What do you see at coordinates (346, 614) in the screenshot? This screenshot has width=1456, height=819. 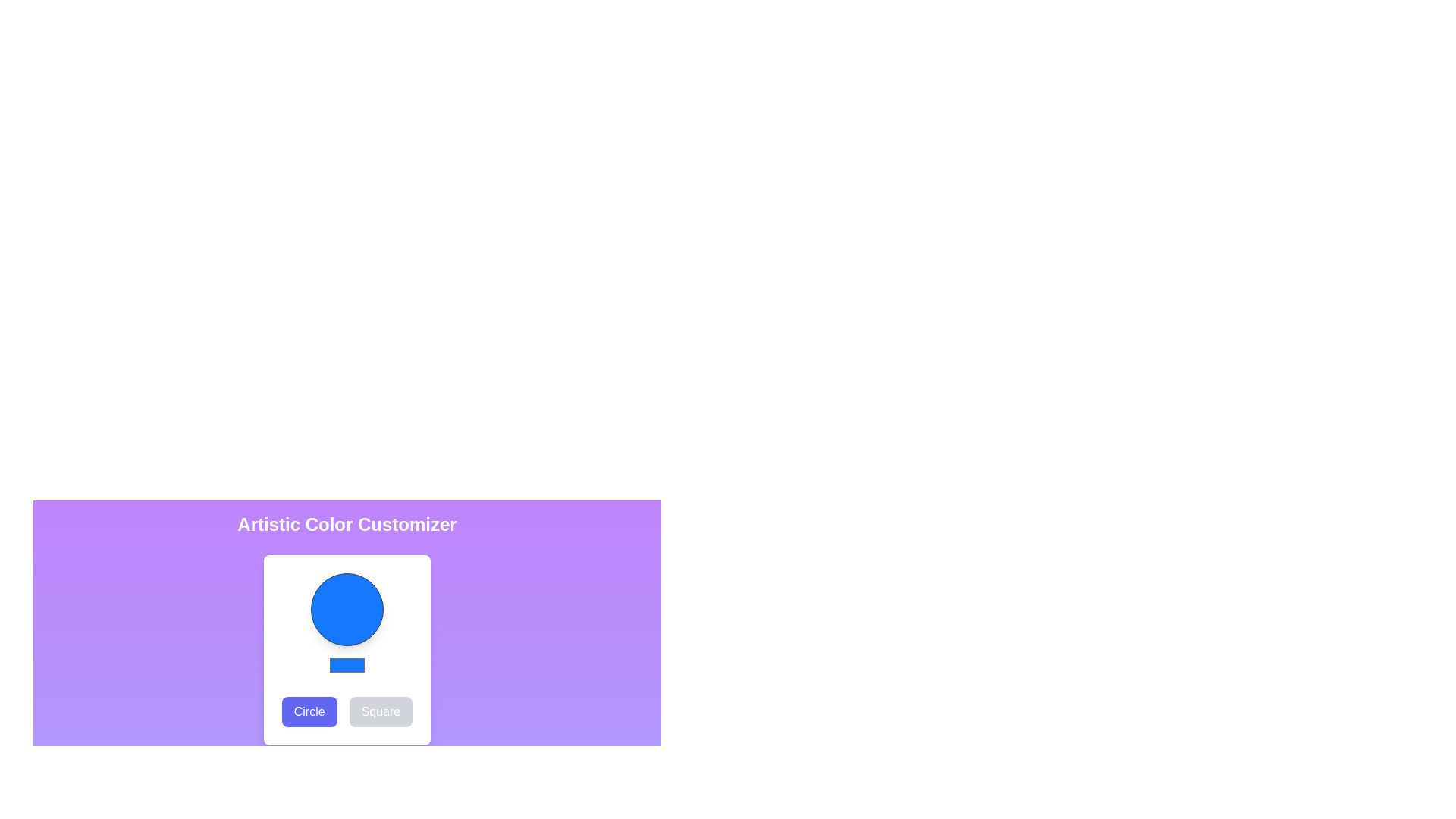 I see `the Color picker button, which is` at bounding box center [346, 614].